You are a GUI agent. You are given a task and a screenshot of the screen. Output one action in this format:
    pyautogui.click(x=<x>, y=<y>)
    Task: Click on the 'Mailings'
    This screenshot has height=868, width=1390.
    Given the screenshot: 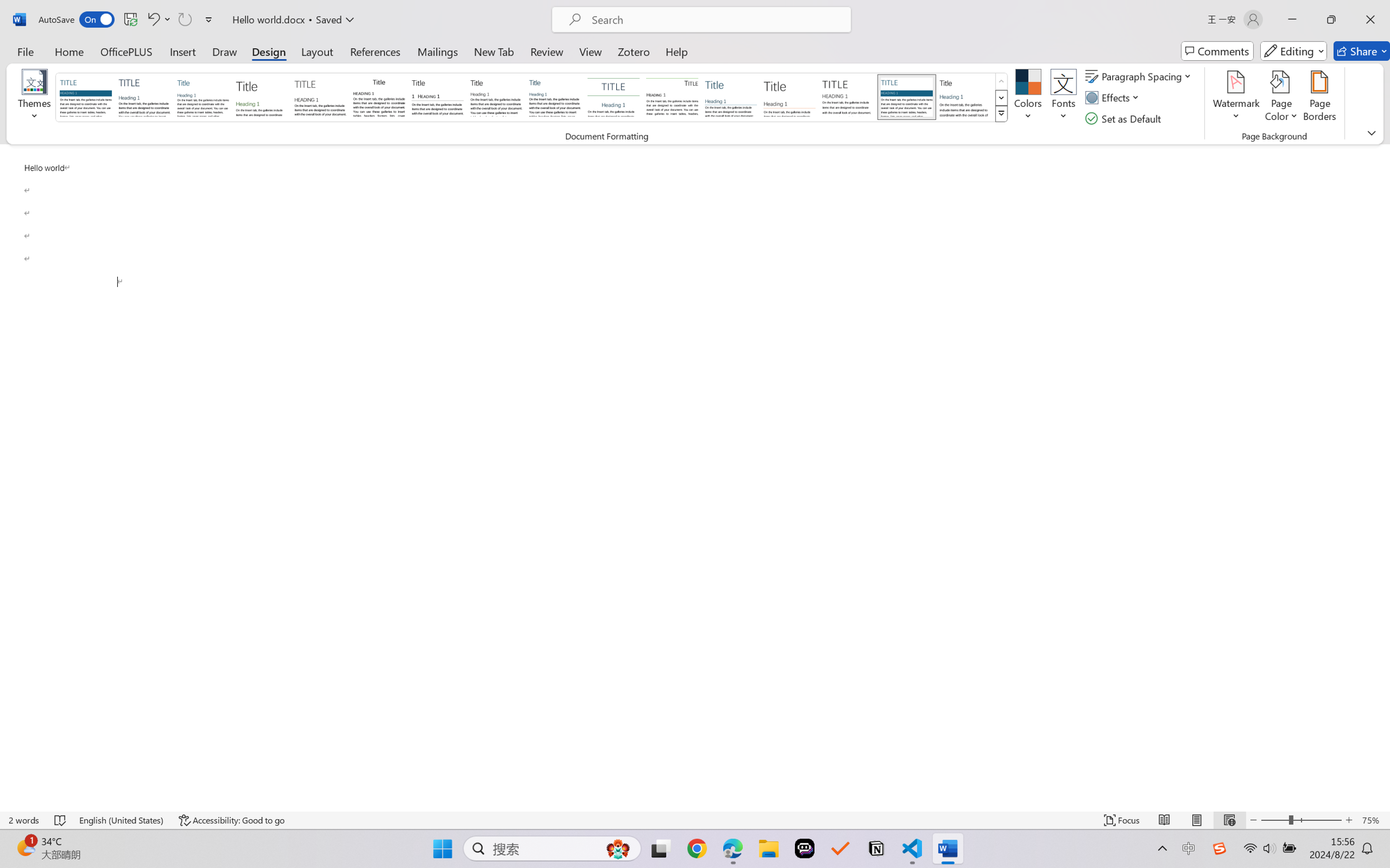 What is the action you would take?
    pyautogui.click(x=438, y=51)
    